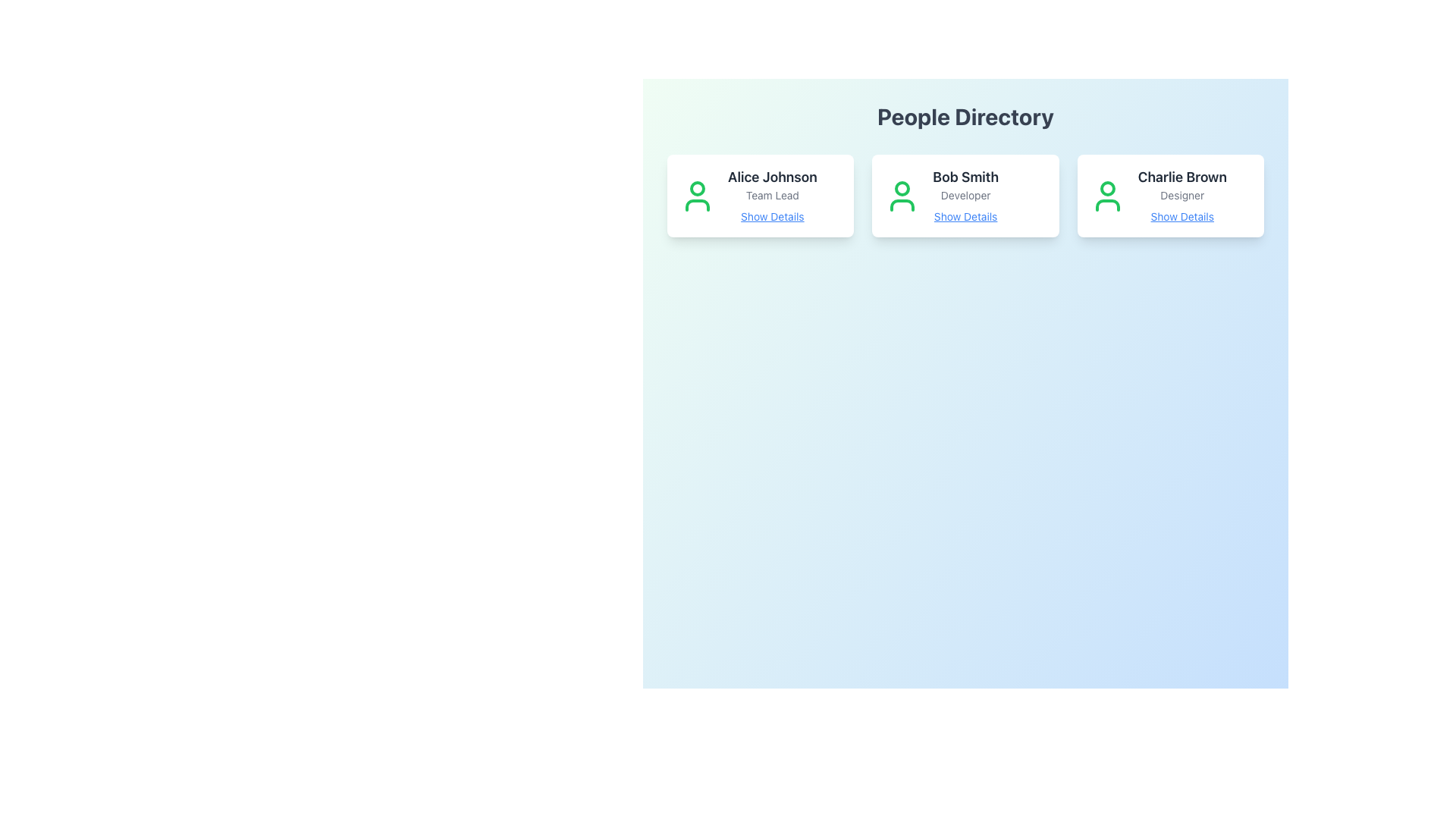  Describe the element at coordinates (697, 187) in the screenshot. I see `the decorative user profile icon representing 'Alice Johnson' in the leftmost profile card of the 'People Directory' section` at that location.